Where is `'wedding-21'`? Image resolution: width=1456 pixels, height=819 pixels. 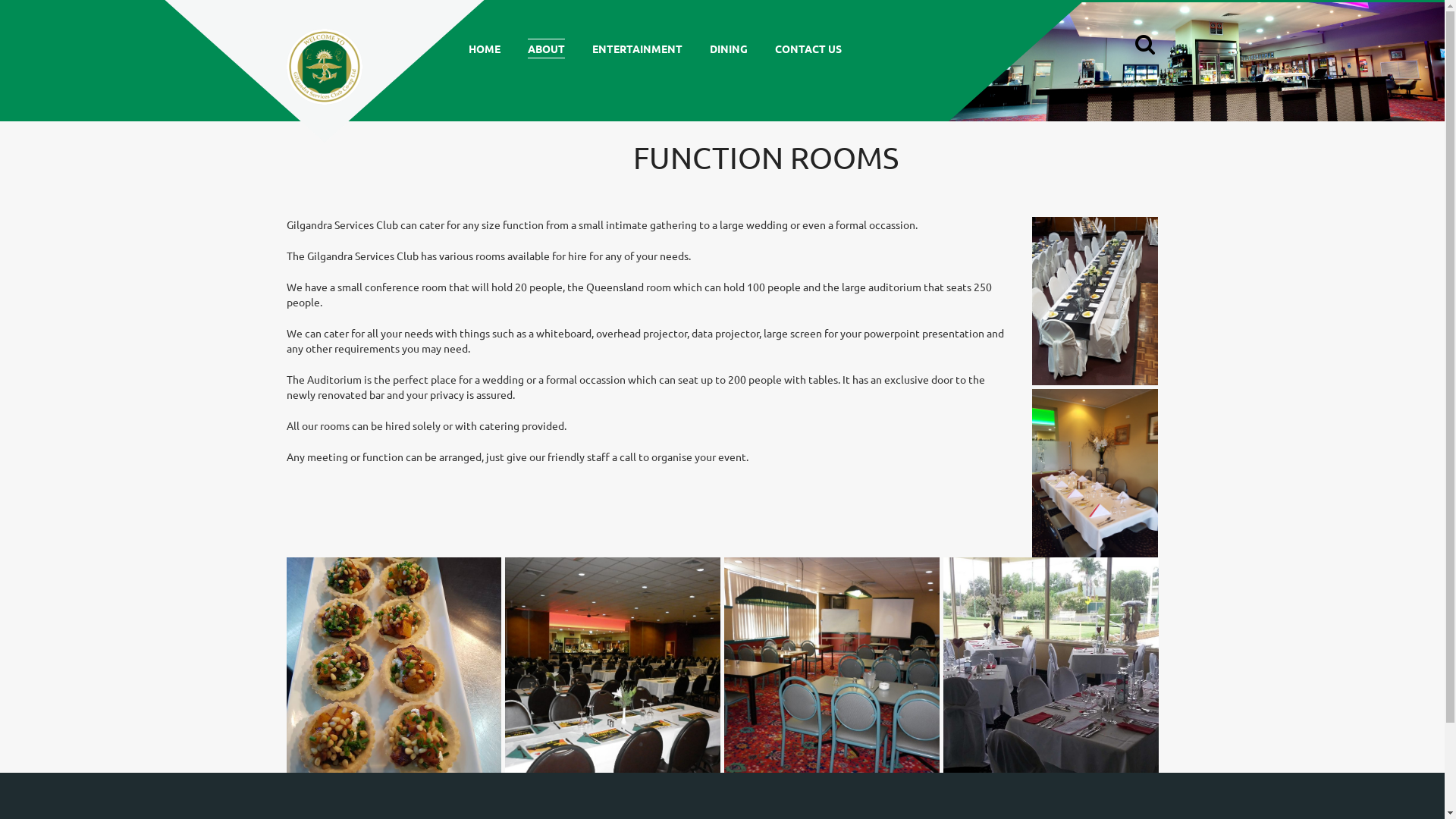 'wedding-21' is located at coordinates (505, 664).